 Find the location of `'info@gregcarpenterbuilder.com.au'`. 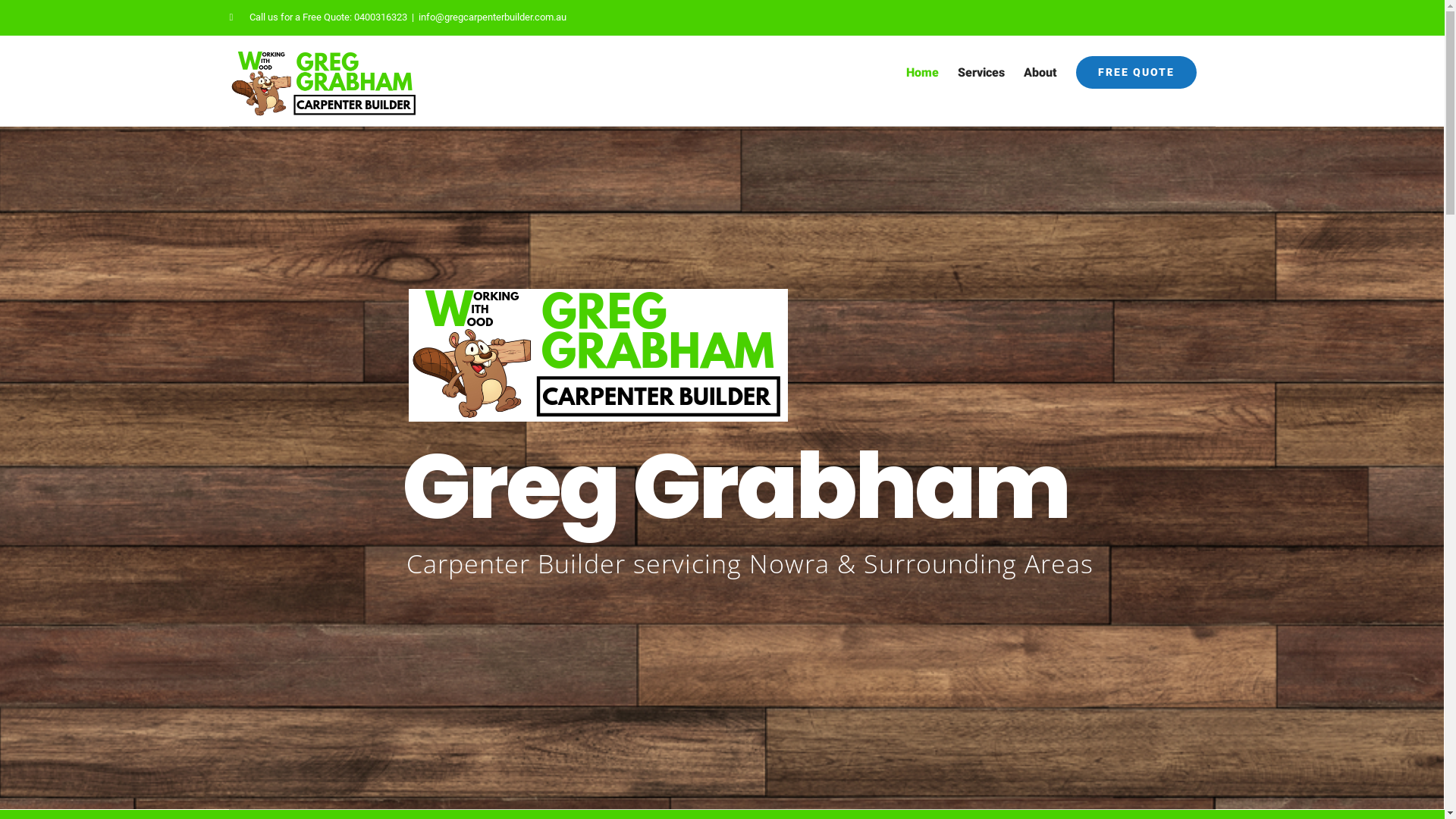

'info@gregcarpenterbuilder.com.au' is located at coordinates (492, 17).